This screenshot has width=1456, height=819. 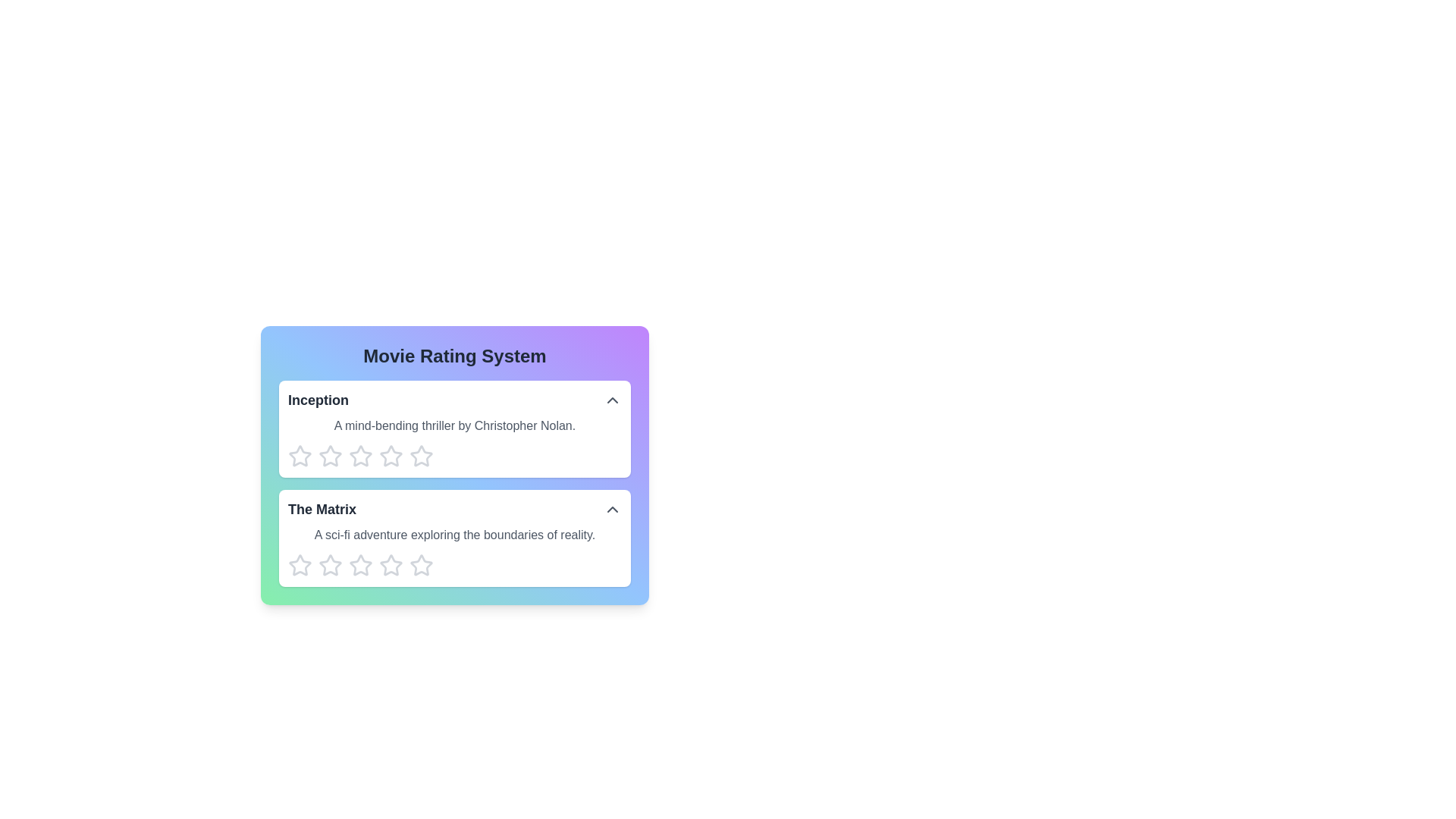 What do you see at coordinates (391, 565) in the screenshot?
I see `the inactive gray star icon in the second position of the star rating system under 'The Matrix'` at bounding box center [391, 565].